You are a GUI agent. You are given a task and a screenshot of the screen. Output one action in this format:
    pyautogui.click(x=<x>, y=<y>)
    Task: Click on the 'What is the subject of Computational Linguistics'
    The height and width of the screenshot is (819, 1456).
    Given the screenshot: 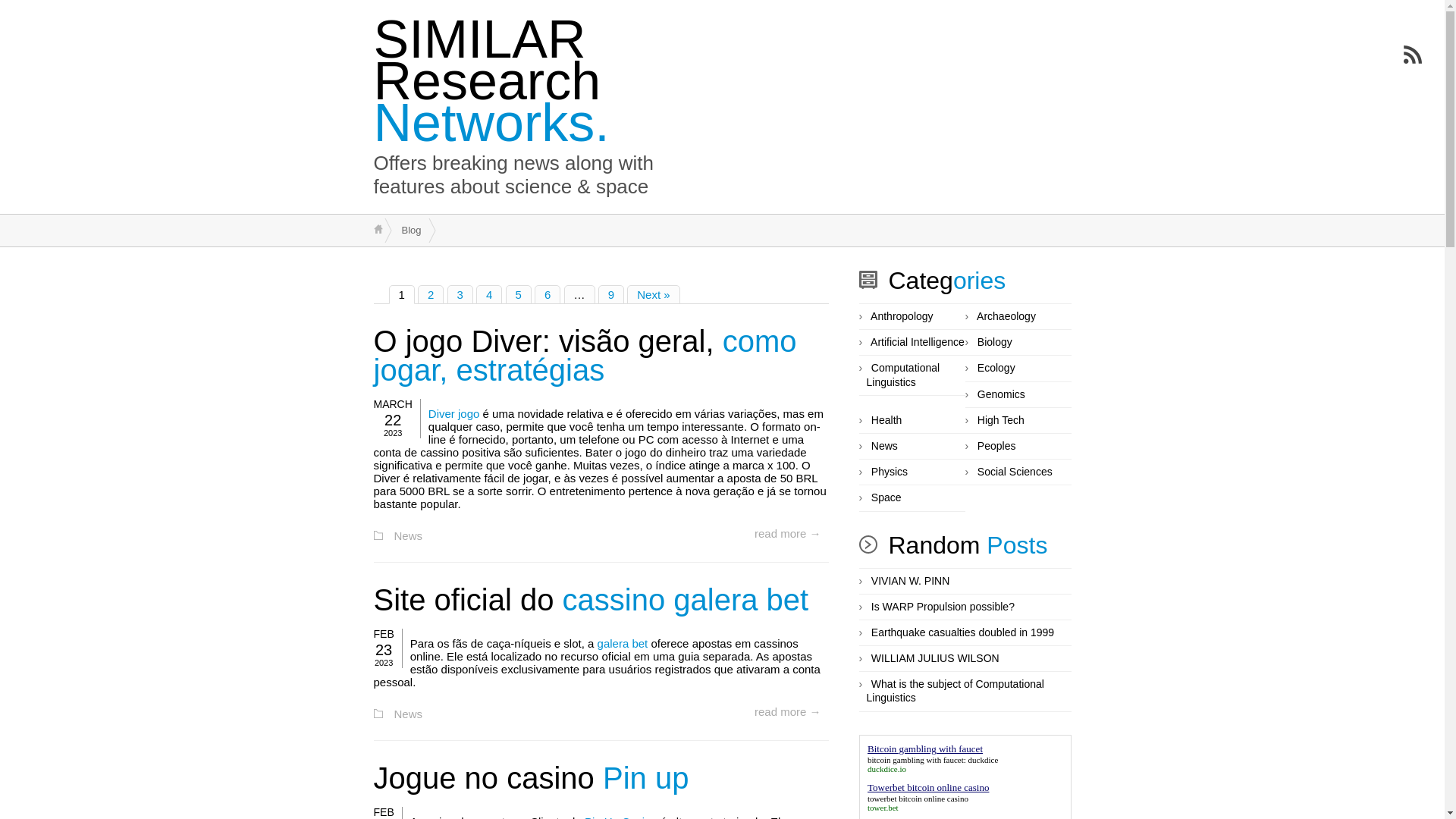 What is the action you would take?
    pyautogui.click(x=953, y=691)
    